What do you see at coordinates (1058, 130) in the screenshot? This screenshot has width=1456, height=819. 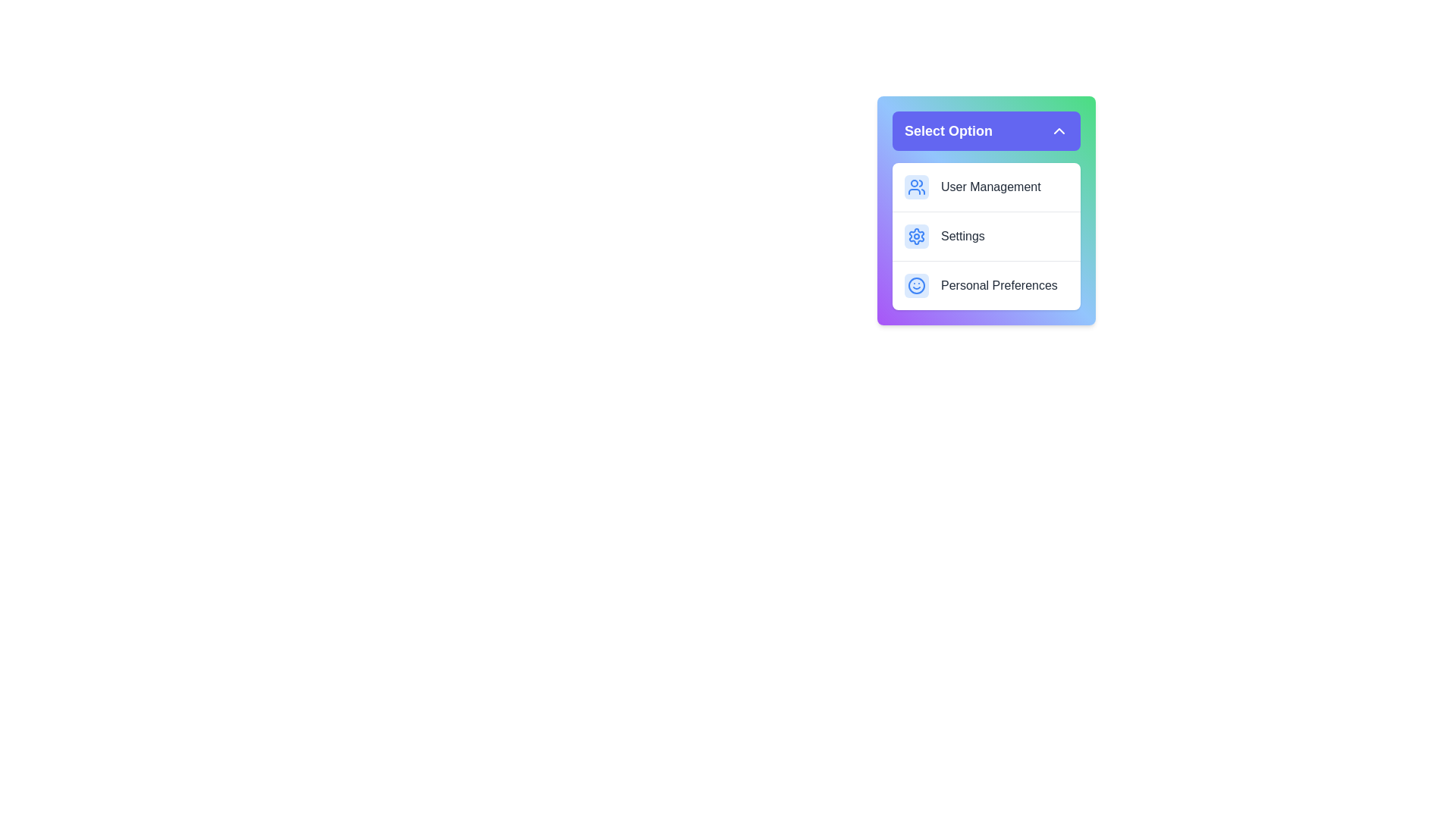 I see `the button located in the top-right corner of the header section titled 'Select Option'` at bounding box center [1058, 130].